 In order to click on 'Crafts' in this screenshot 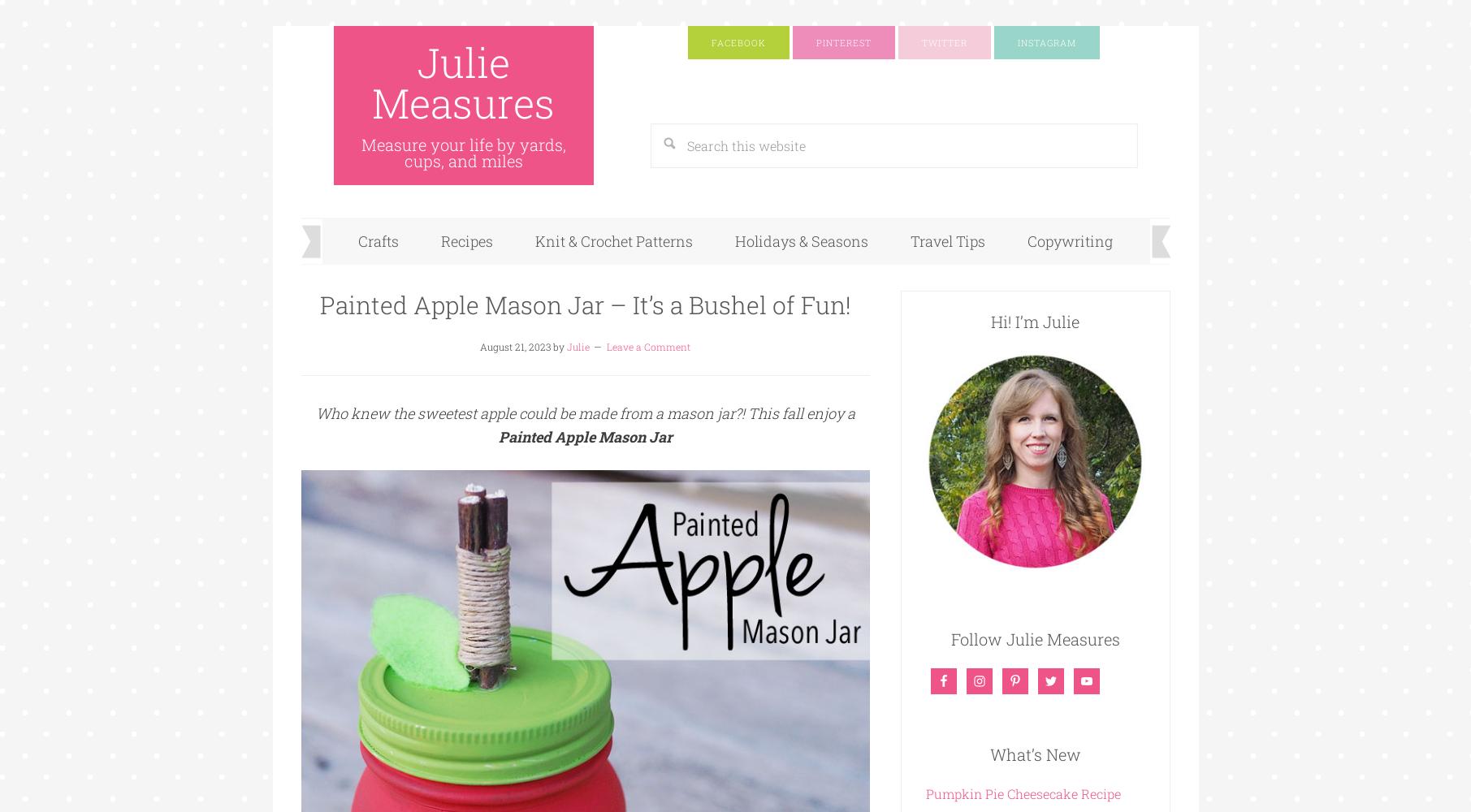, I will do `click(378, 241)`.